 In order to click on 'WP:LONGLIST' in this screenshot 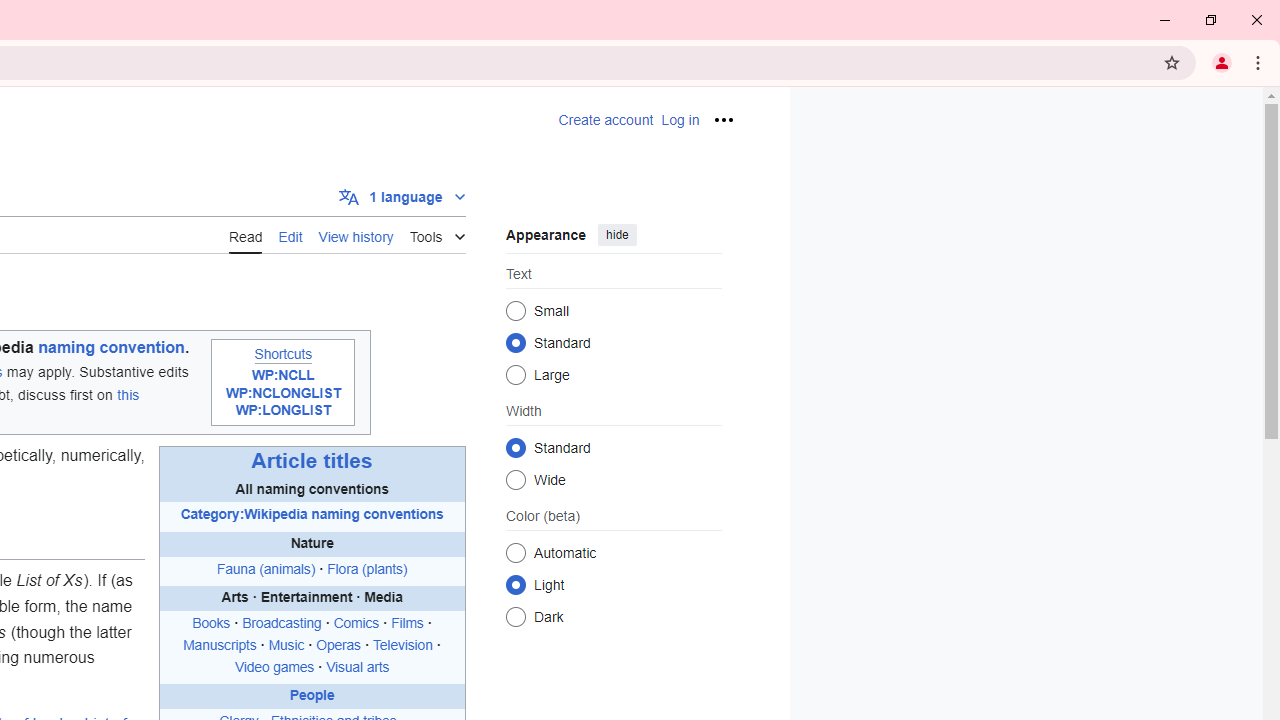, I will do `click(282, 410)`.